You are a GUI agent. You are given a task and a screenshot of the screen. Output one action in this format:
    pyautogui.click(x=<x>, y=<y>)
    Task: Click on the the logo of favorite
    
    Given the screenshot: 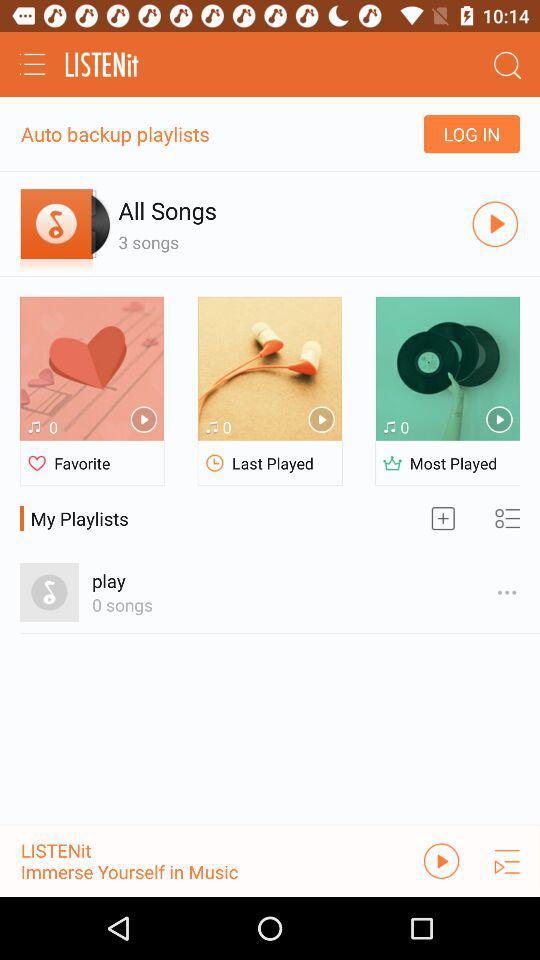 What is the action you would take?
    pyautogui.click(x=37, y=463)
    